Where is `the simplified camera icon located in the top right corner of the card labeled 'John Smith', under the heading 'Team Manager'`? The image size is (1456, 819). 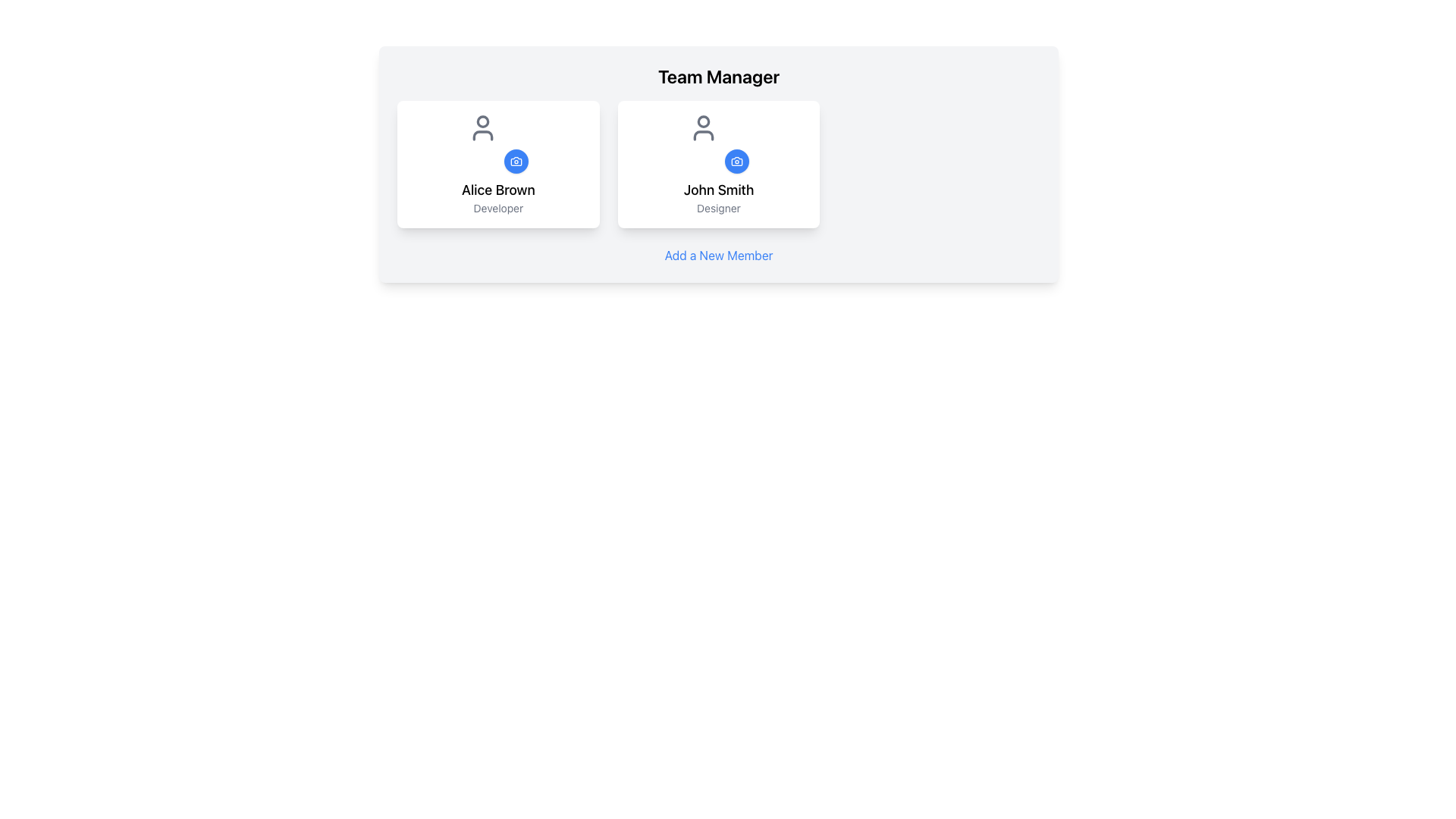
the simplified camera icon located in the top right corner of the card labeled 'John Smith', under the heading 'Team Manager' is located at coordinates (736, 161).